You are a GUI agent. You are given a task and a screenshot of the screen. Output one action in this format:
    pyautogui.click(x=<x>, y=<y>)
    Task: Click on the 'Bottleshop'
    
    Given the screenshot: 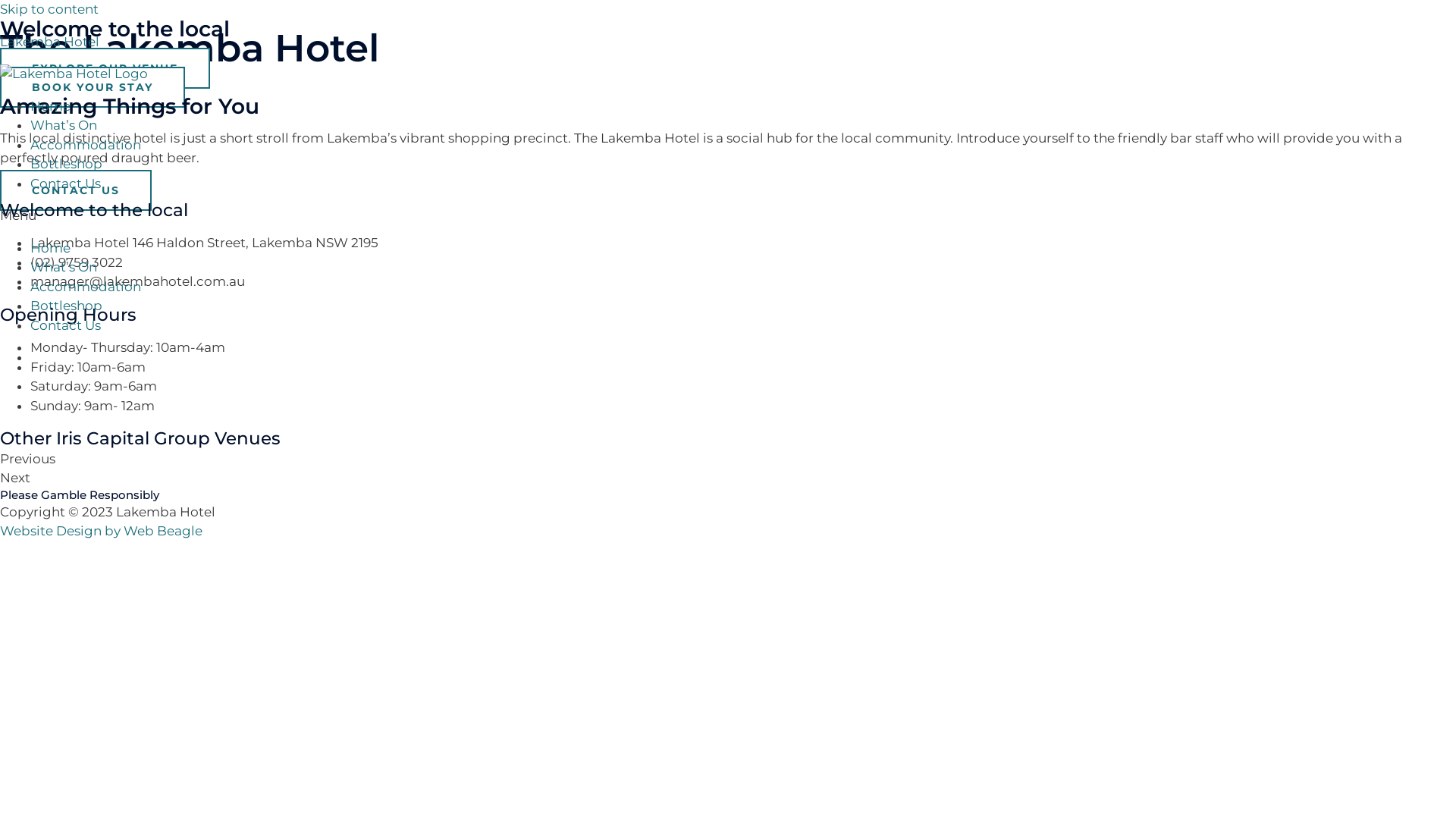 What is the action you would take?
    pyautogui.click(x=65, y=164)
    